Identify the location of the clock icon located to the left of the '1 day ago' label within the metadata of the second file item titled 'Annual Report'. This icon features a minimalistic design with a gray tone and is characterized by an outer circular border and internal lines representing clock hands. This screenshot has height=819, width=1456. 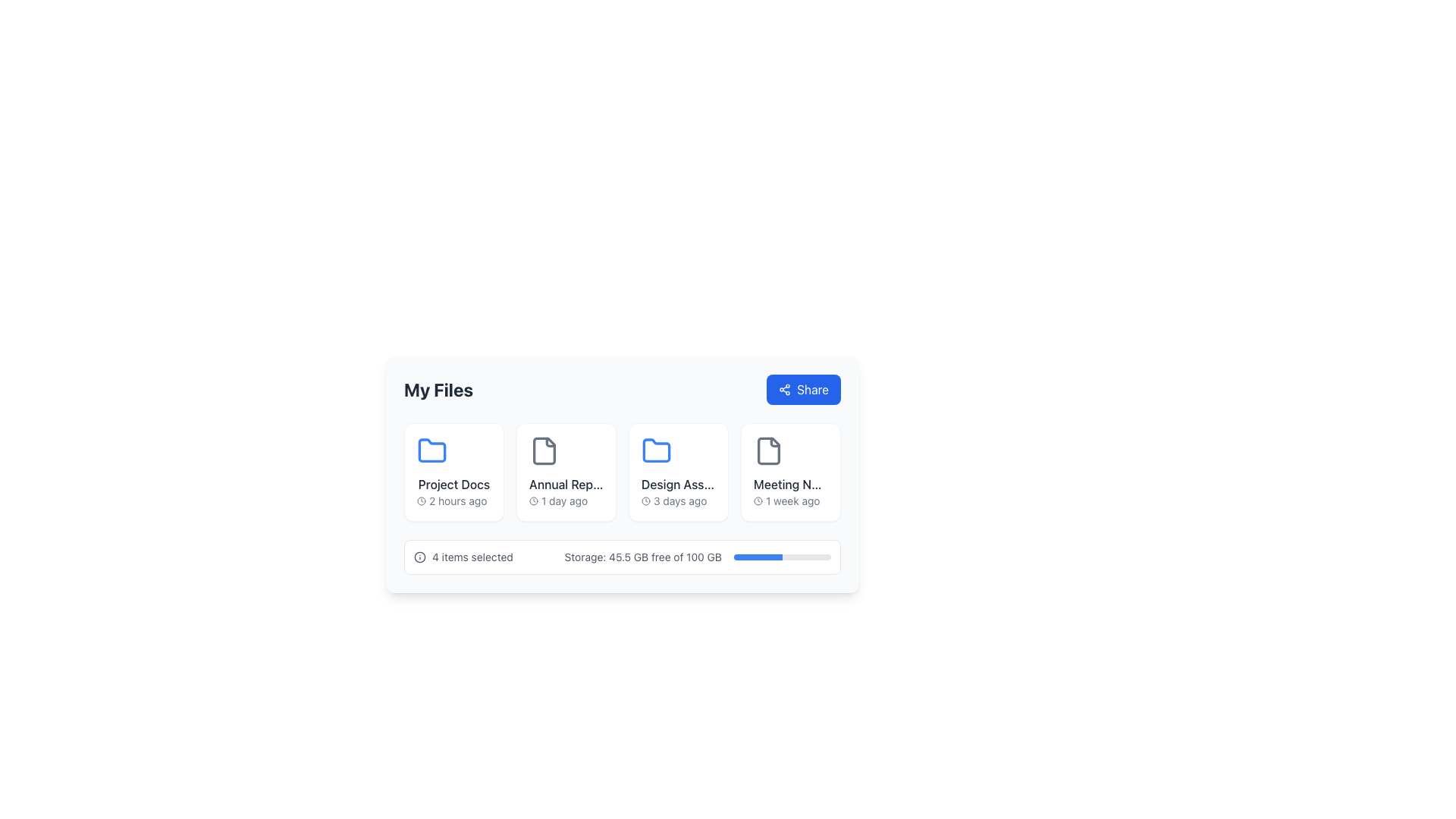
(534, 500).